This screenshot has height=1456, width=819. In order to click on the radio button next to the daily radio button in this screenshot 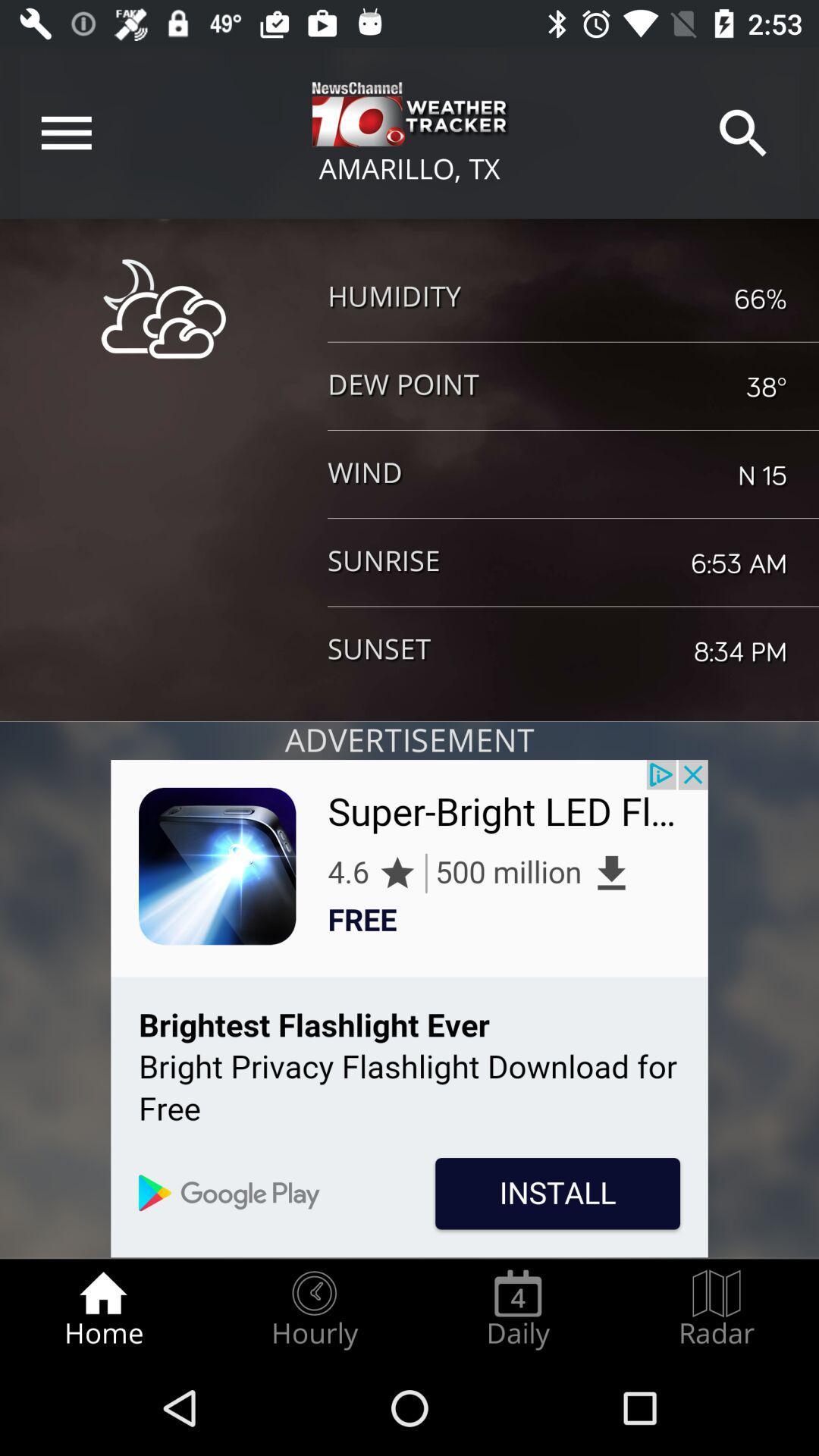, I will do `click(717, 1309)`.